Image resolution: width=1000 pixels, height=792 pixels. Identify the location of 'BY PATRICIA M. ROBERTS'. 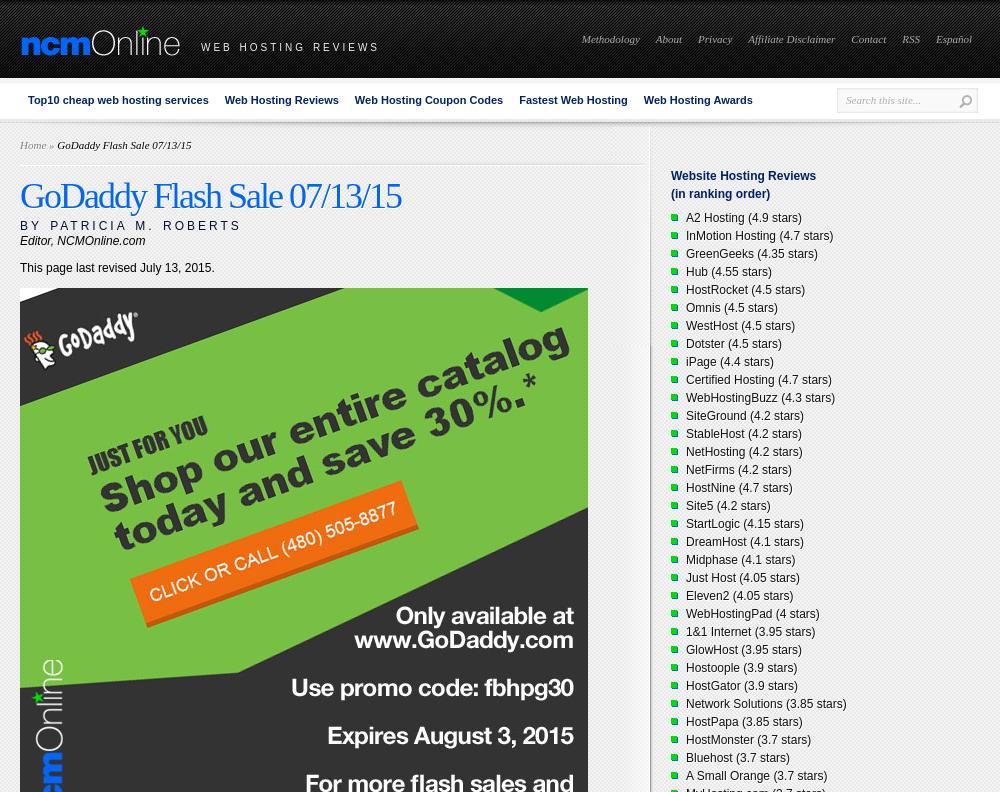
(130, 225).